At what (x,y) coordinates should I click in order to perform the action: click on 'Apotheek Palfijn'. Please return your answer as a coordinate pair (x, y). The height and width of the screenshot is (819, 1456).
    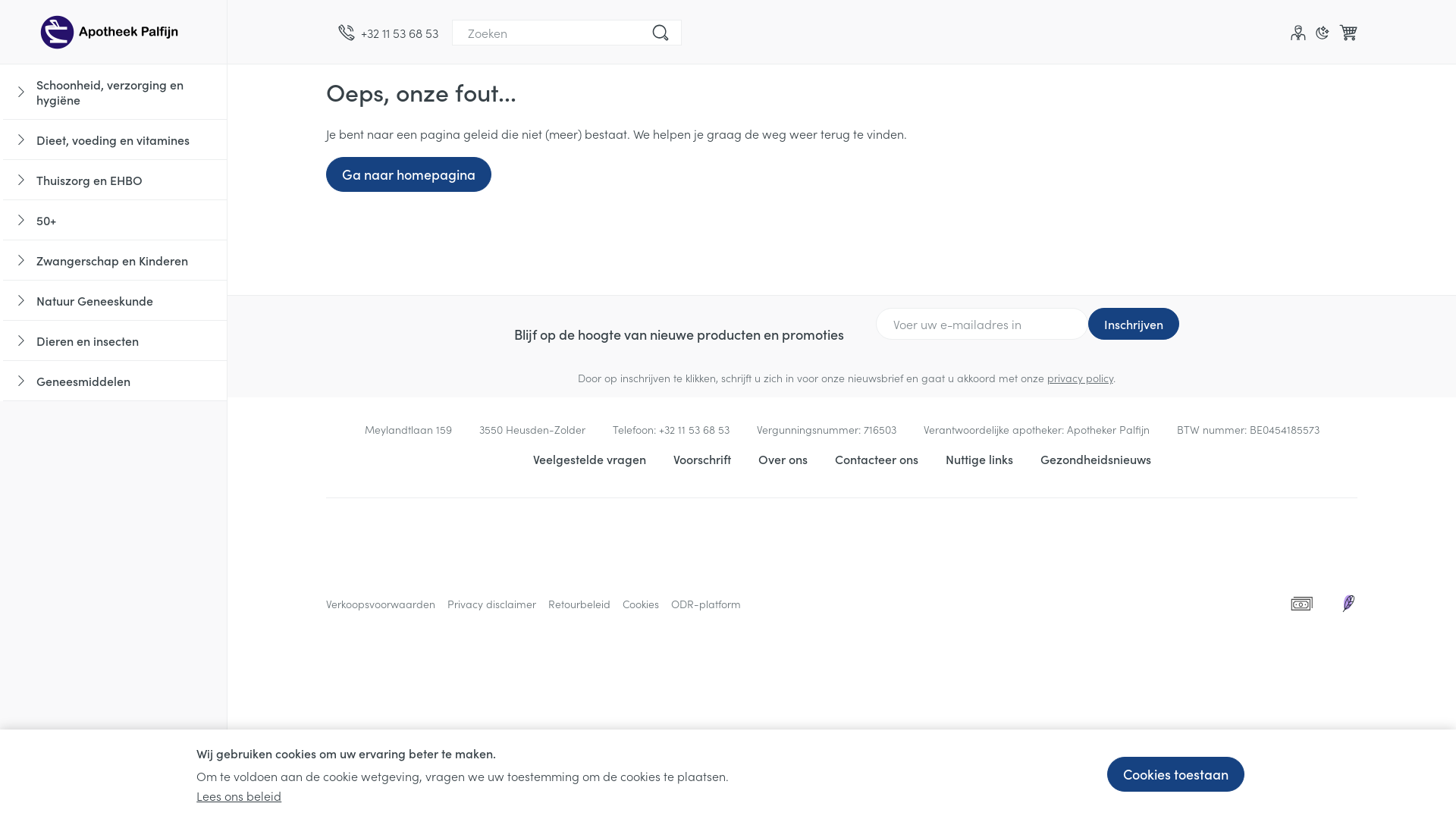
    Looking at the image, I should click on (112, 32).